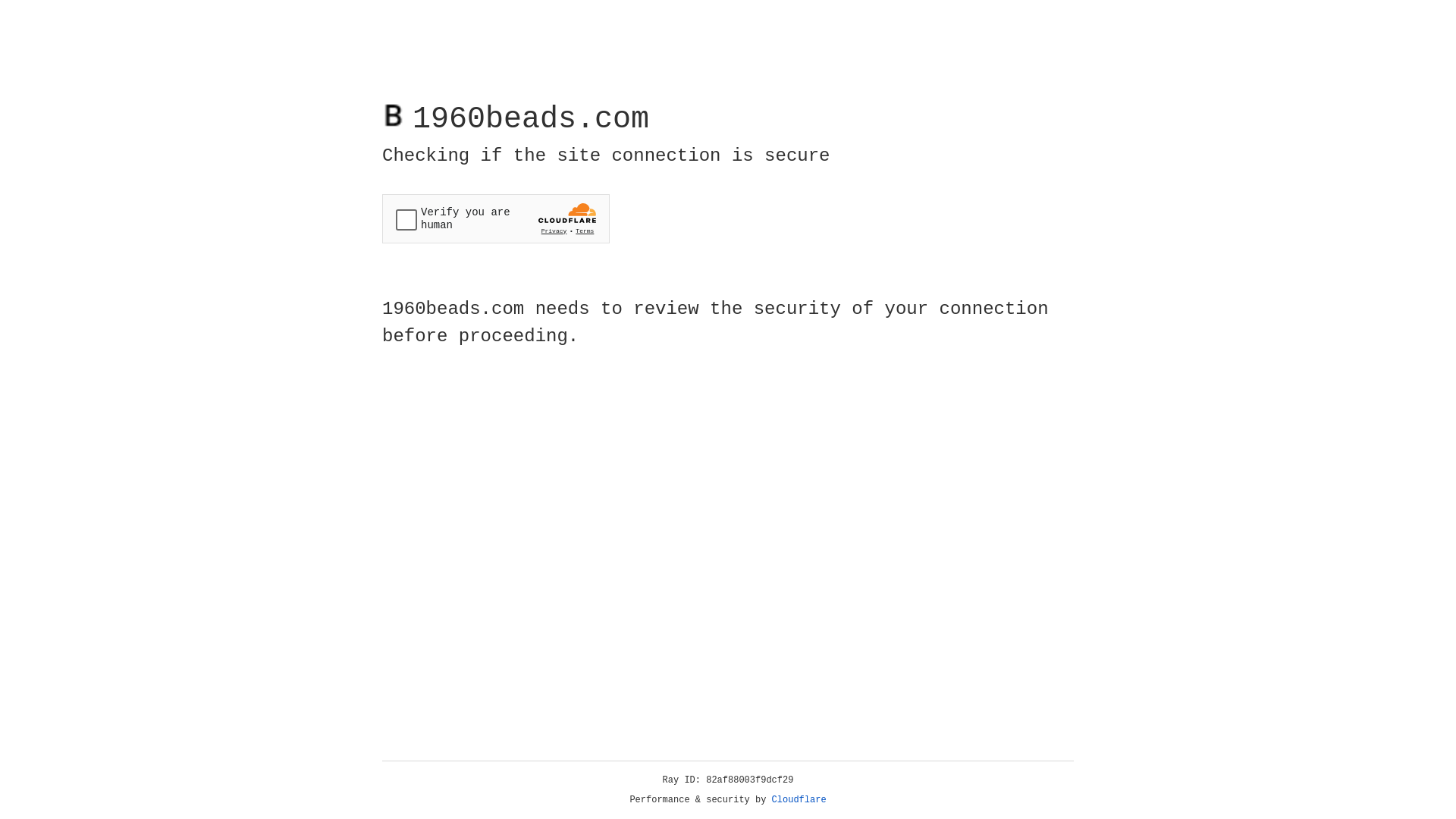  I want to click on 'Cloudflare', so click(771, 799).